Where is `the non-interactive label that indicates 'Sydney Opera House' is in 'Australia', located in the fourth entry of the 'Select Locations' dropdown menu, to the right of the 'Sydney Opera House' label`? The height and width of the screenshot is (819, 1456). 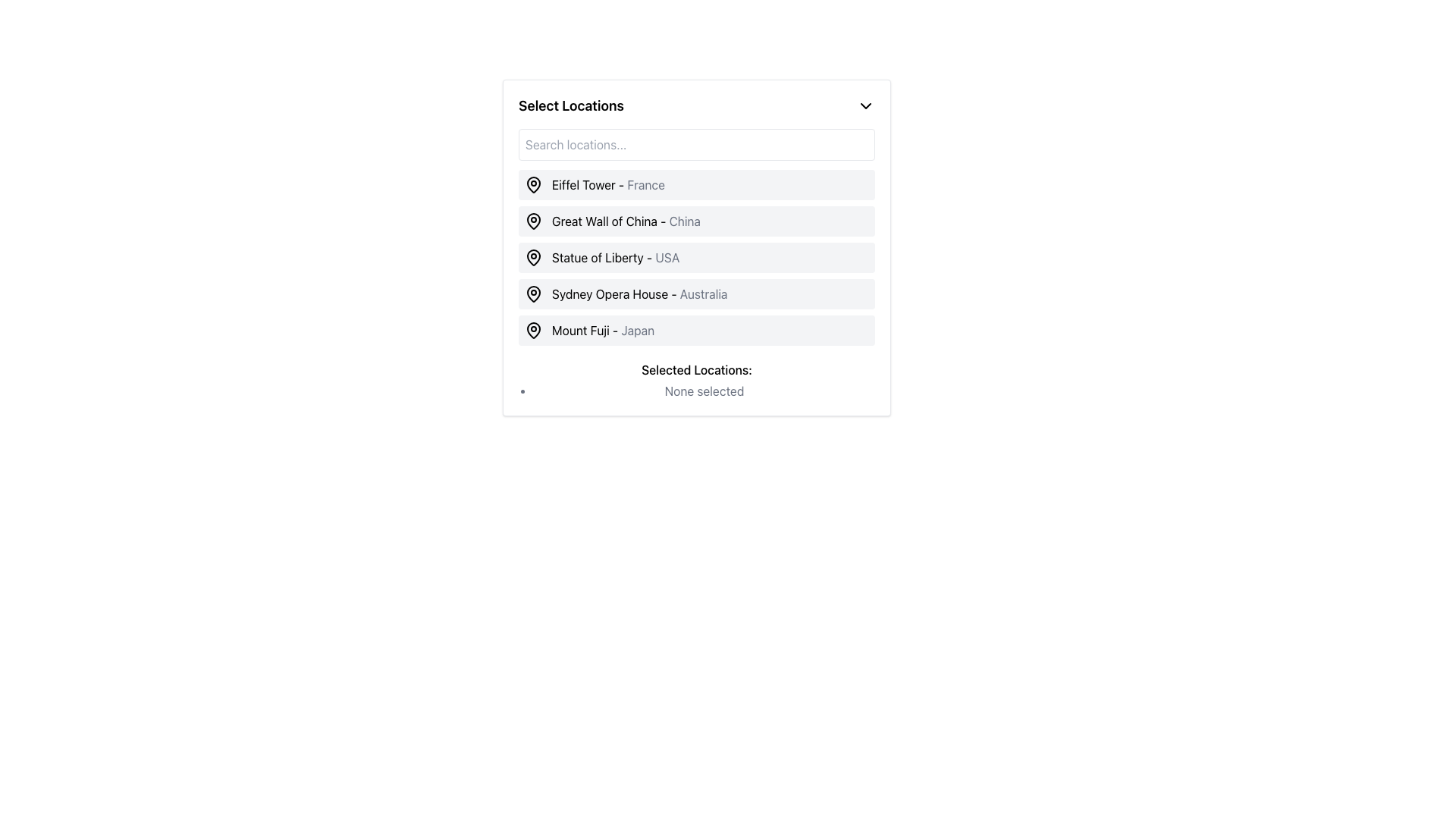
the non-interactive label that indicates 'Sydney Opera House' is in 'Australia', located in the fourth entry of the 'Select Locations' dropdown menu, to the right of the 'Sydney Opera House' label is located at coordinates (703, 294).